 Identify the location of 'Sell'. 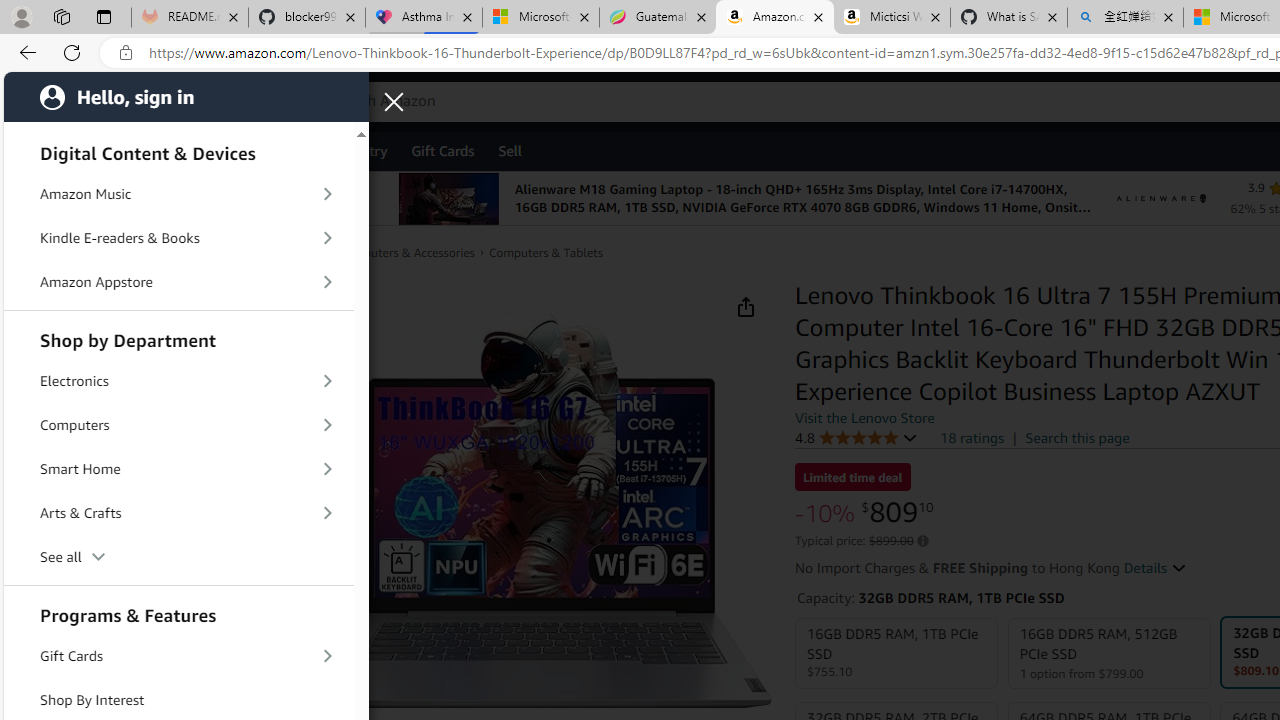
(510, 149).